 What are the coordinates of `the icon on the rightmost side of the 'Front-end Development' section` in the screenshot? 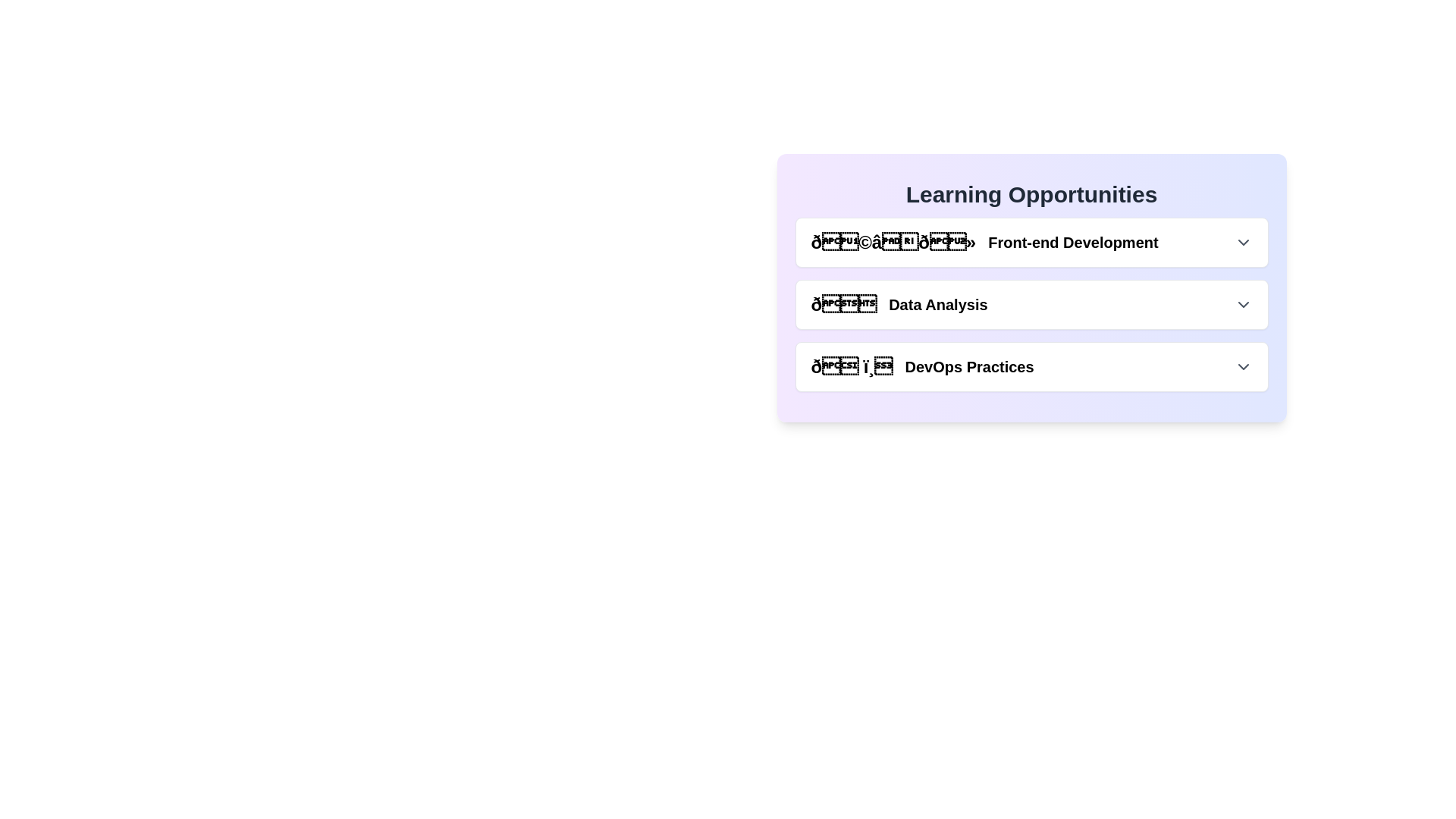 It's located at (1243, 242).